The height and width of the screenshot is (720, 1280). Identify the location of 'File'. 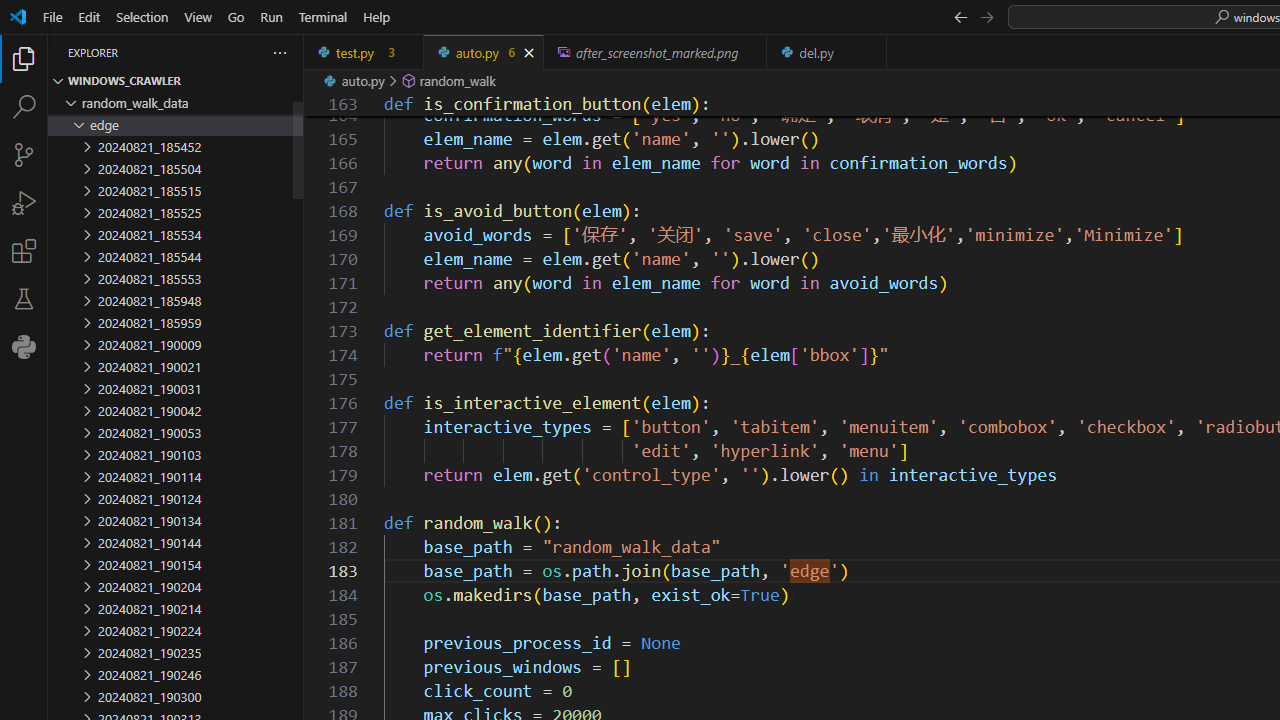
(52, 16).